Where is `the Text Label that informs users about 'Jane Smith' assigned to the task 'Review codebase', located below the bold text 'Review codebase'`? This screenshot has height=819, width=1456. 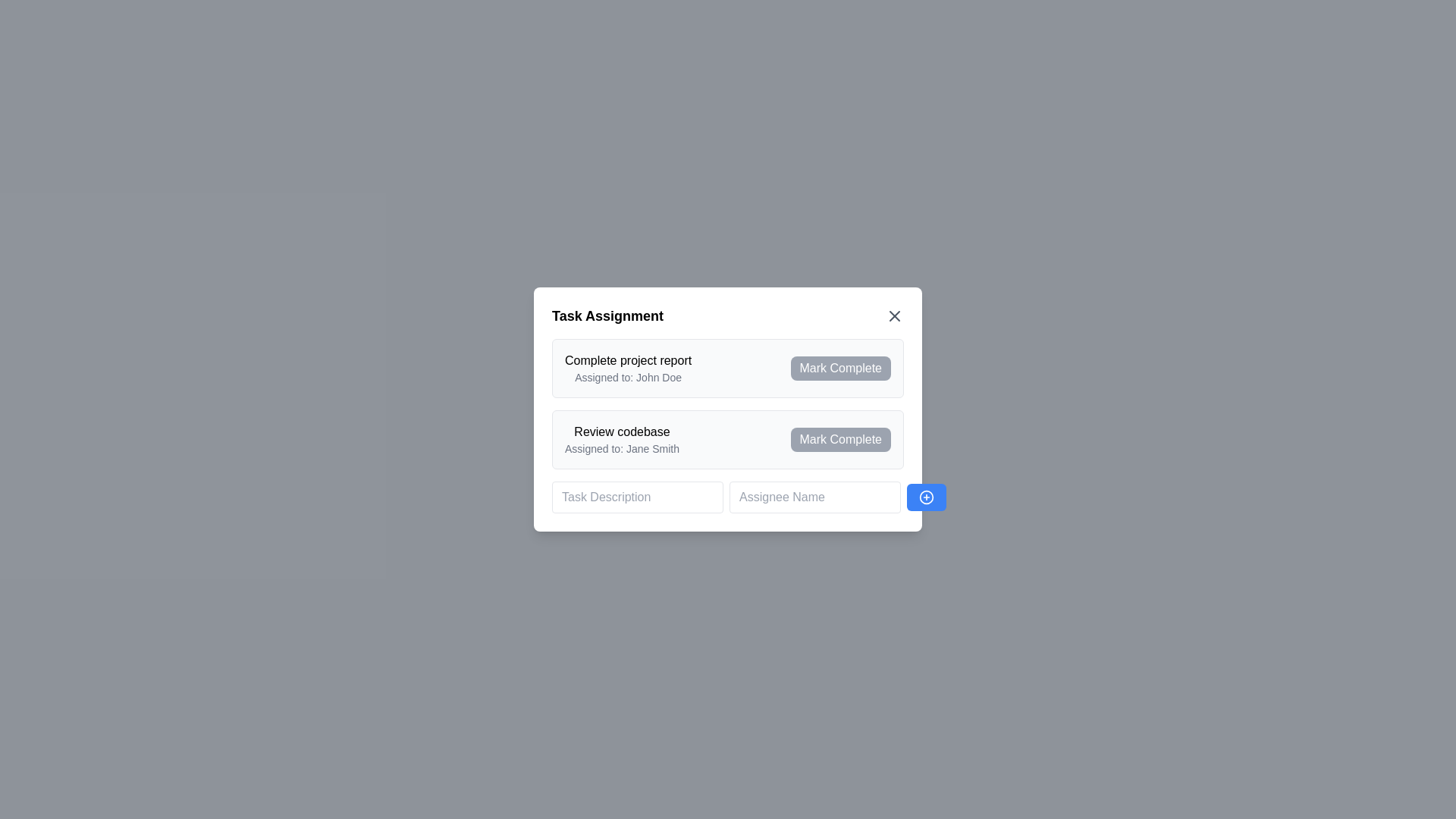
the Text Label that informs users about 'Jane Smith' assigned to the task 'Review codebase', located below the bold text 'Review codebase' is located at coordinates (622, 447).